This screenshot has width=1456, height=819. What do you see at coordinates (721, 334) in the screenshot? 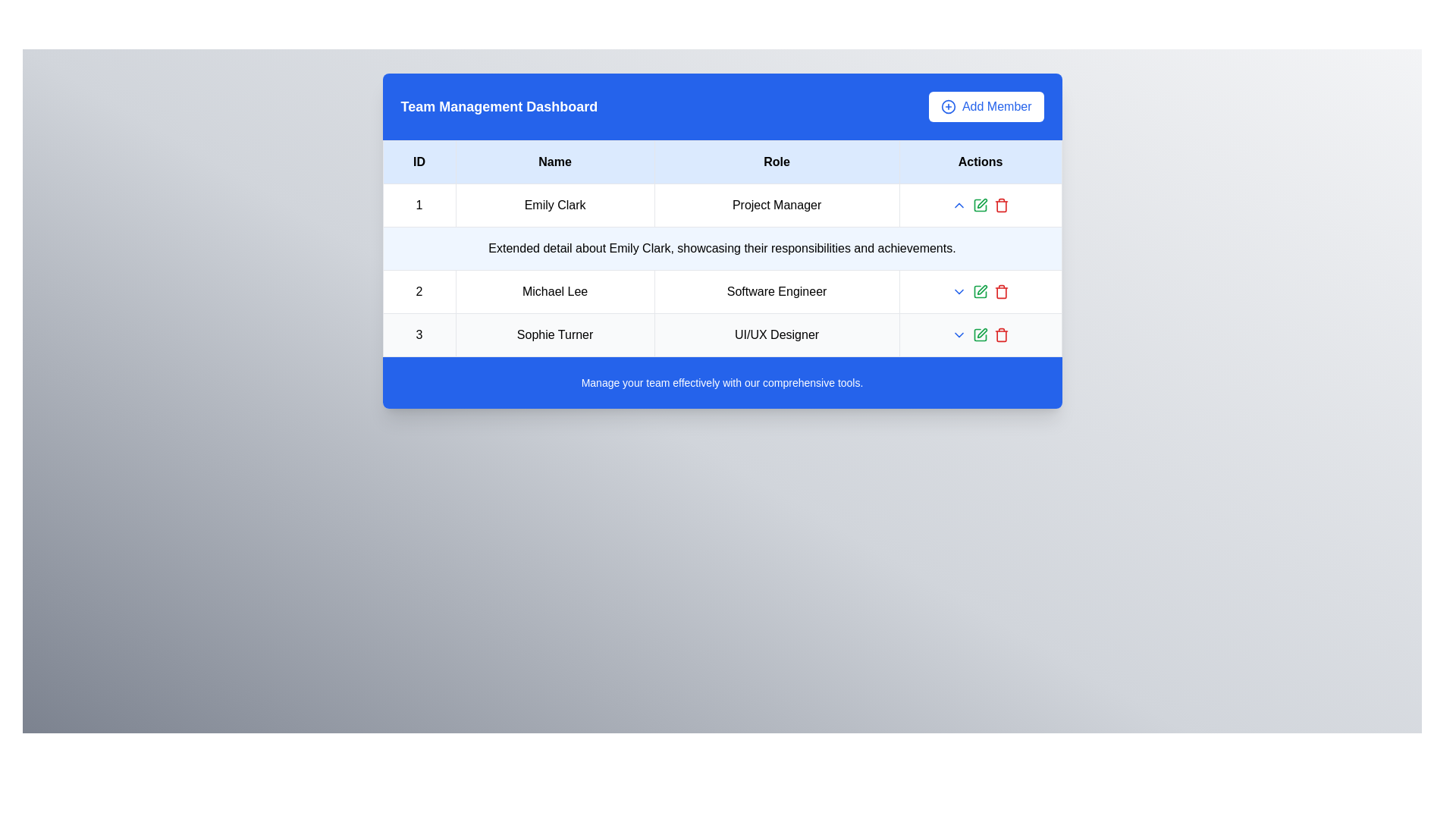
I see `information displayed in the table row for Sophie Turner, which includes their ID, name, and role, located in the Team Management Dashboard under the third data row` at bounding box center [721, 334].